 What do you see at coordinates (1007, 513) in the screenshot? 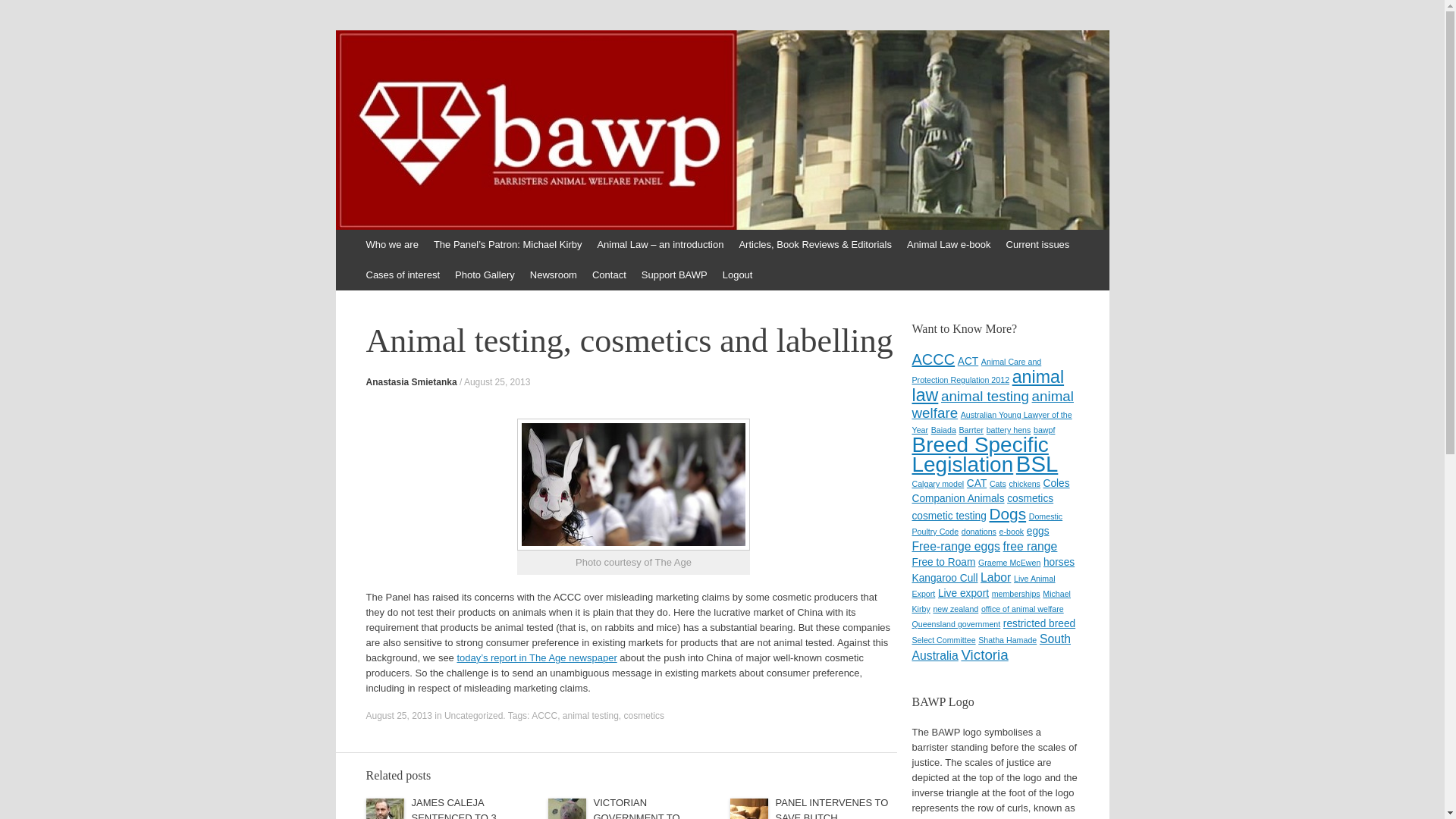
I see `'Dogs'` at bounding box center [1007, 513].